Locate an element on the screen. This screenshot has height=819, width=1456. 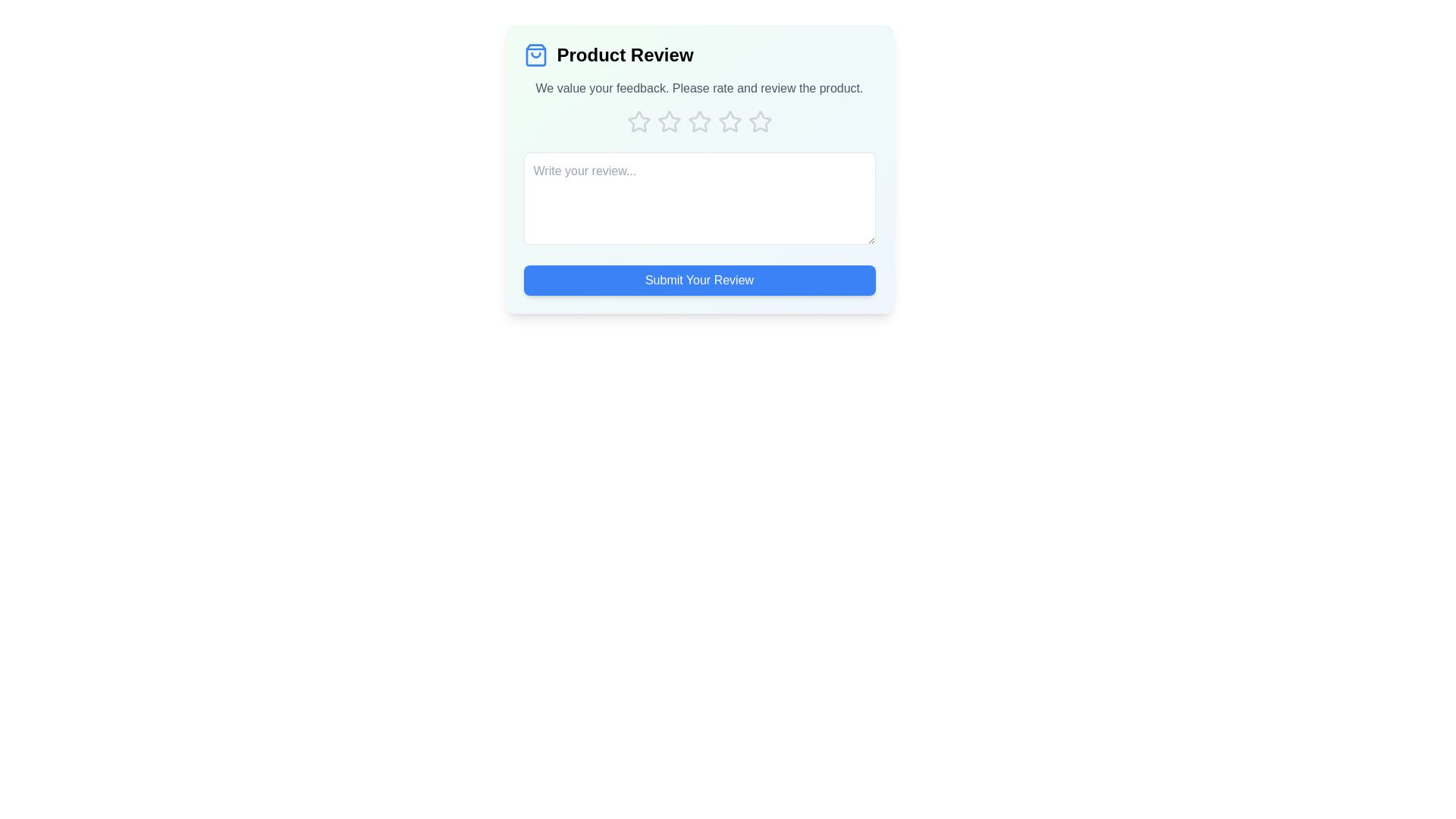
across the star rating component located in the 'Product Review' section is located at coordinates (698, 121).